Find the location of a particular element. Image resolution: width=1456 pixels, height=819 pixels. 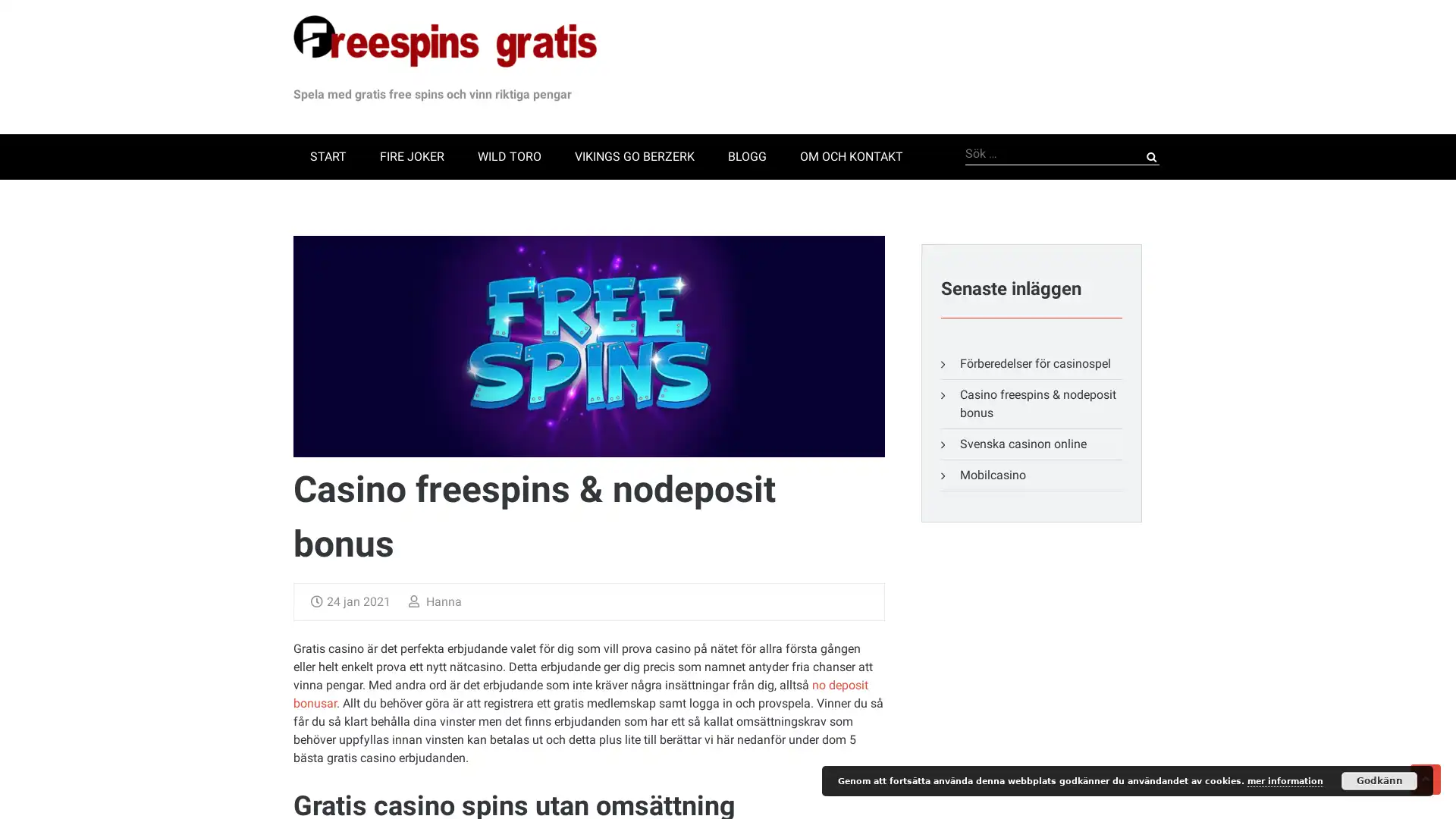

Godkann is located at coordinates (1379, 780).